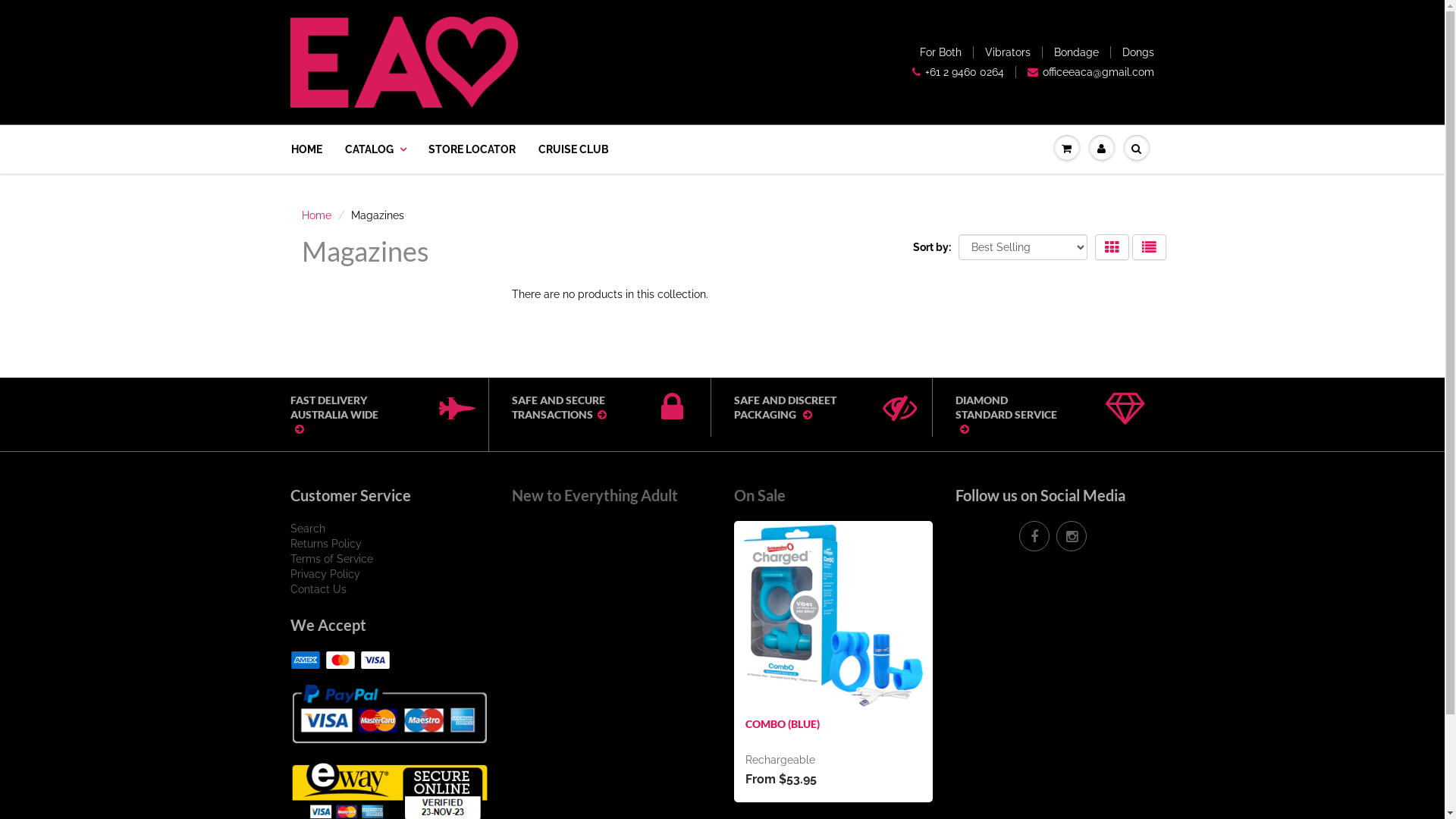 The width and height of the screenshot is (1456, 819). What do you see at coordinates (1075, 52) in the screenshot?
I see `'Bondage'` at bounding box center [1075, 52].